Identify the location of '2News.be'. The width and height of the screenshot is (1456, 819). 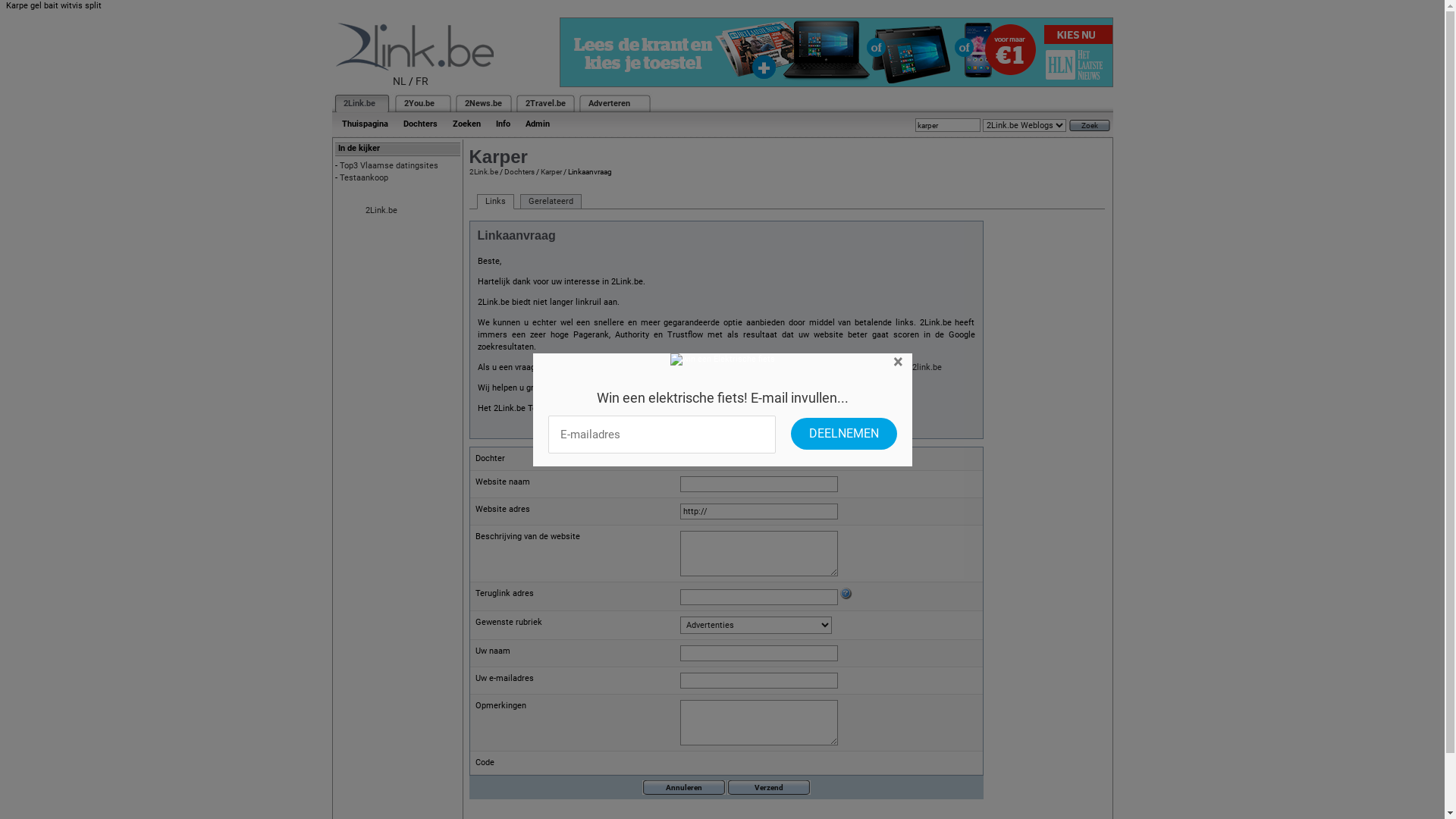
(482, 102).